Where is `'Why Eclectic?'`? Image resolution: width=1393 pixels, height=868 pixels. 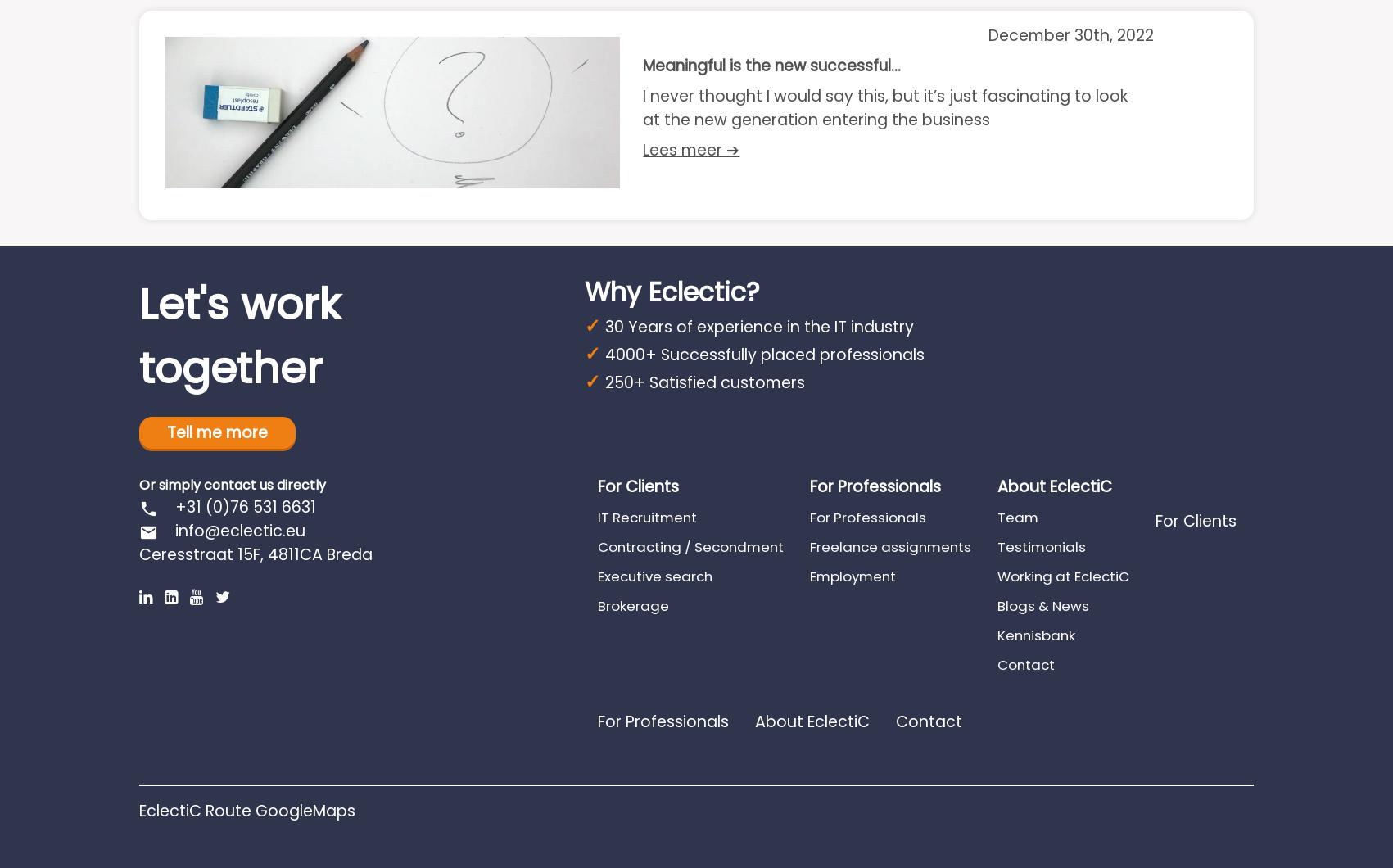 'Why Eclectic?' is located at coordinates (584, 291).